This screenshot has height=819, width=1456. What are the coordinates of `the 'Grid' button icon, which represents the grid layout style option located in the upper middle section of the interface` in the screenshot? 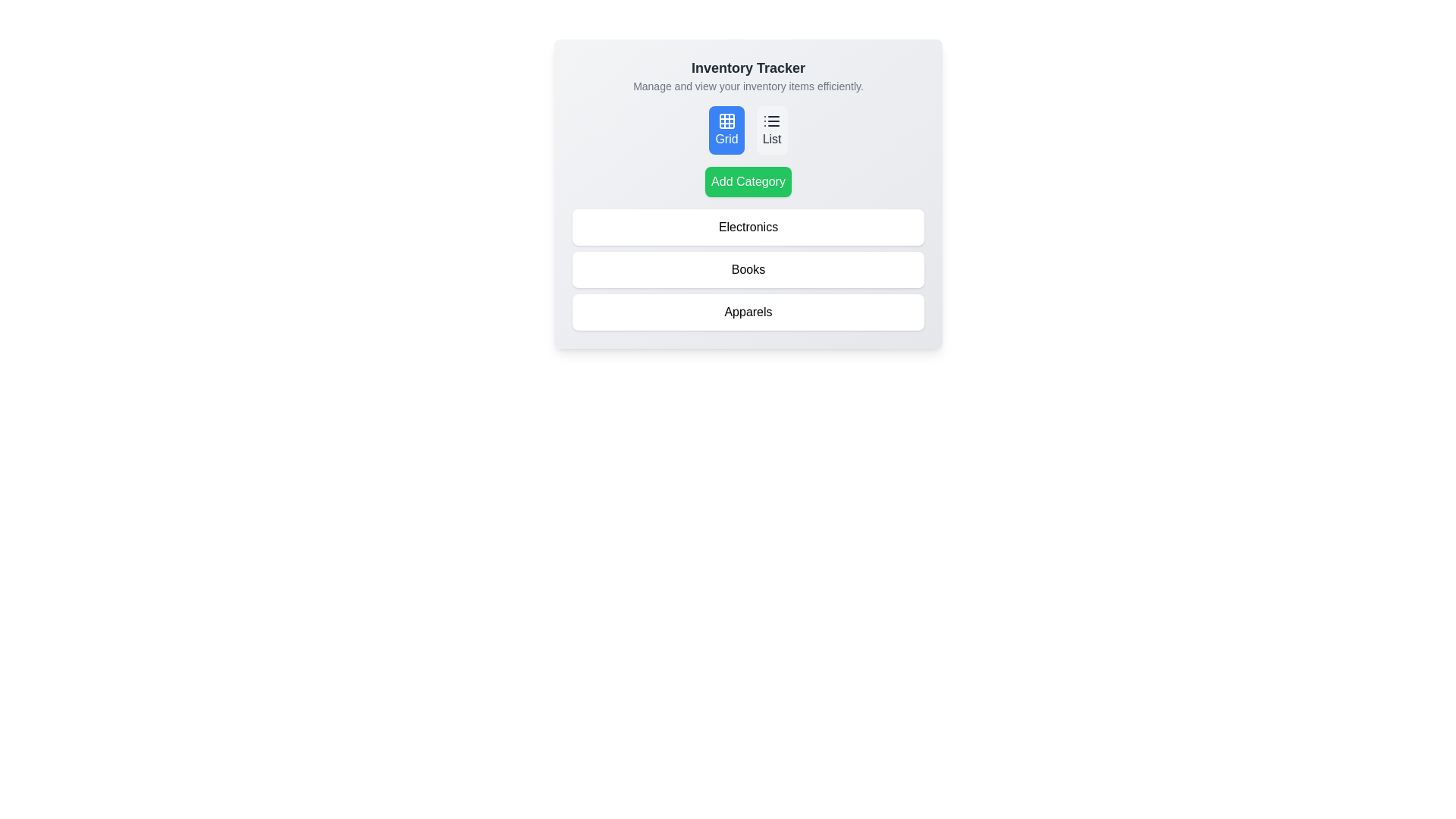 It's located at (726, 120).